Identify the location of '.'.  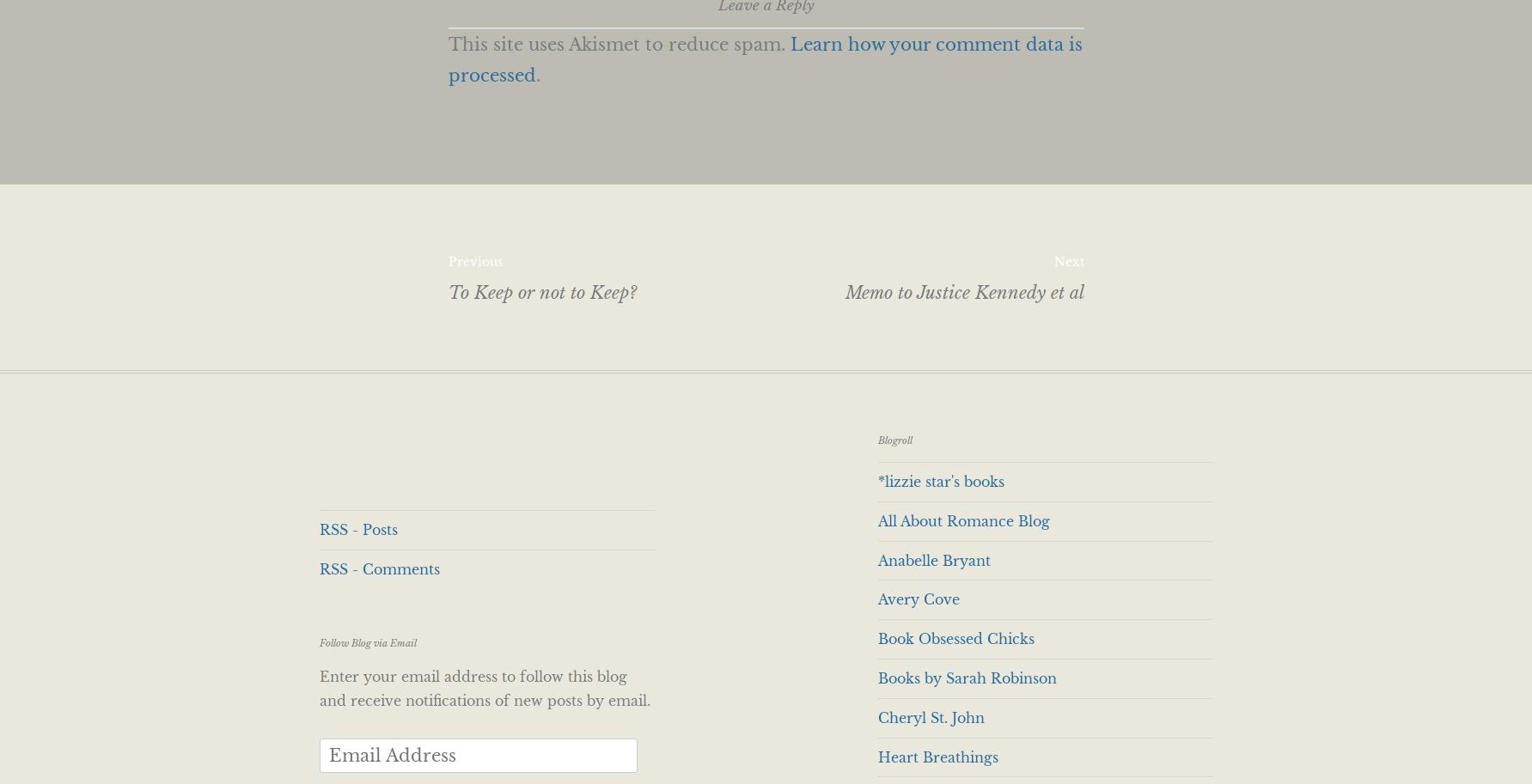
(537, 76).